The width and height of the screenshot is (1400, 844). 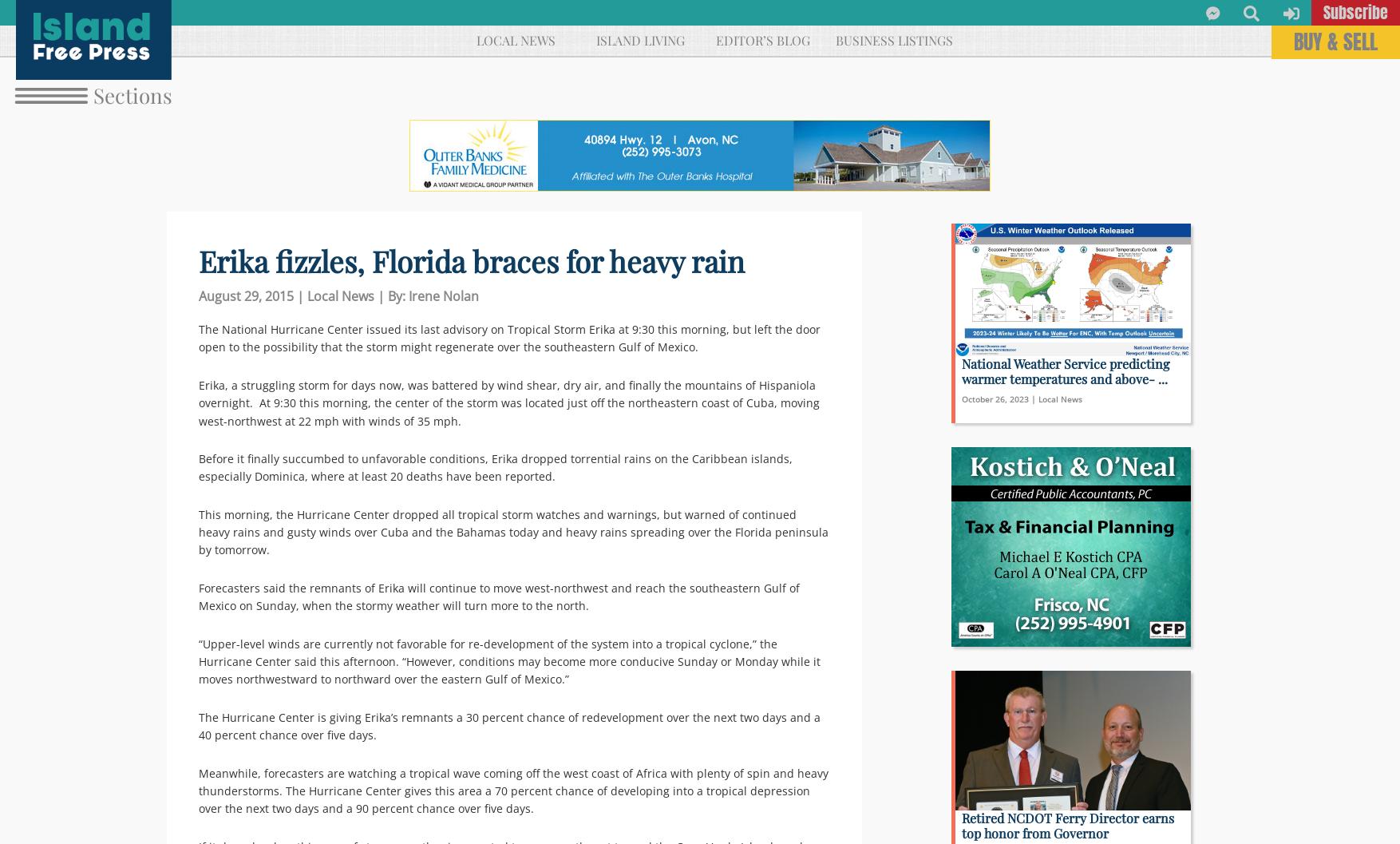 I want to click on '“Upper-level winds are currently not favorable for re-development of the system into a tropical cyclone,” the Hurricane Center said this afternoon. “However, conditions may become more conducive Sunday or Monday while it moves northwestward to northward over the eastern Gulf of Mexico.”', so click(x=508, y=660).